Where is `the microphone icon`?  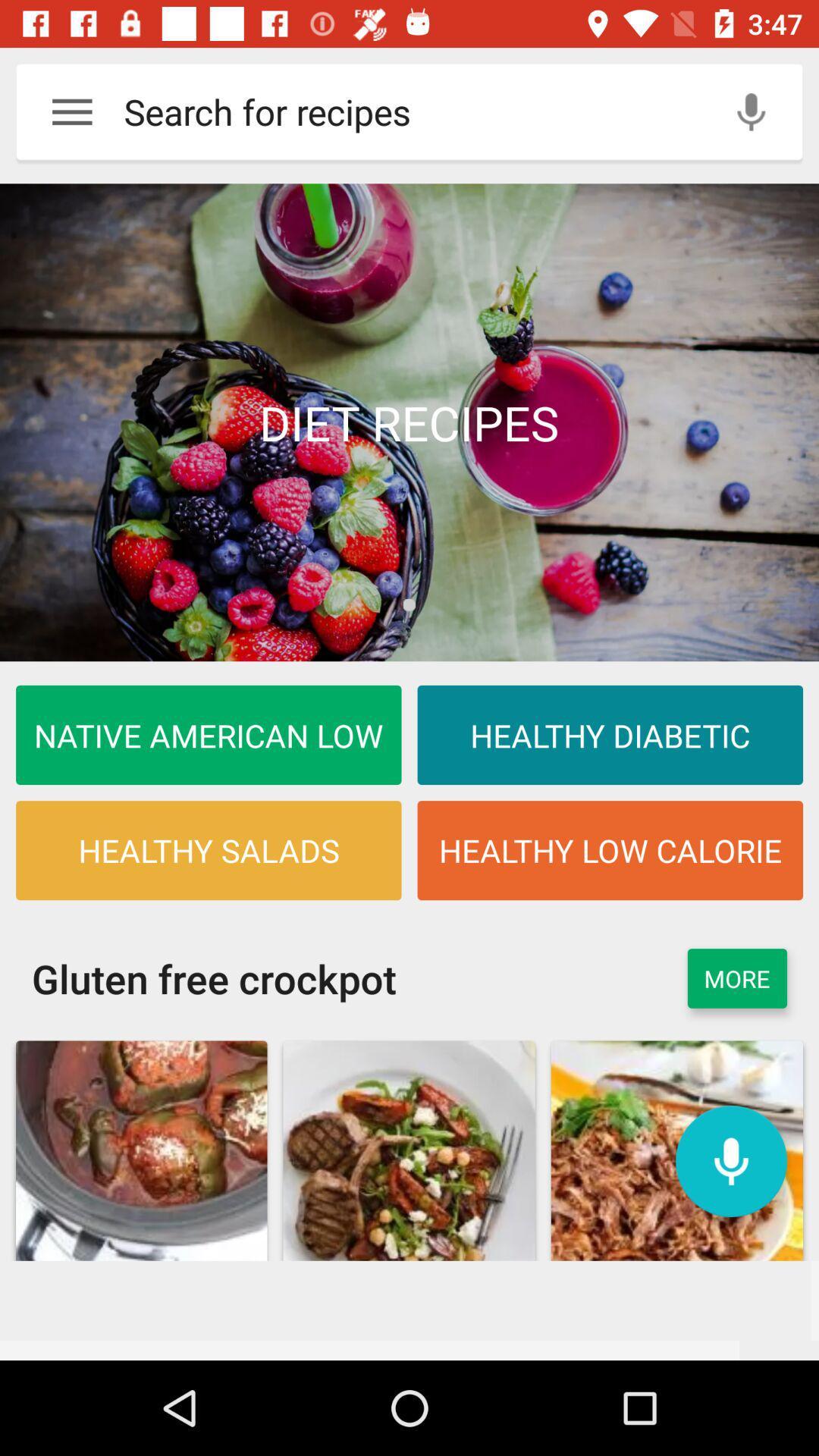
the microphone icon is located at coordinates (730, 1160).